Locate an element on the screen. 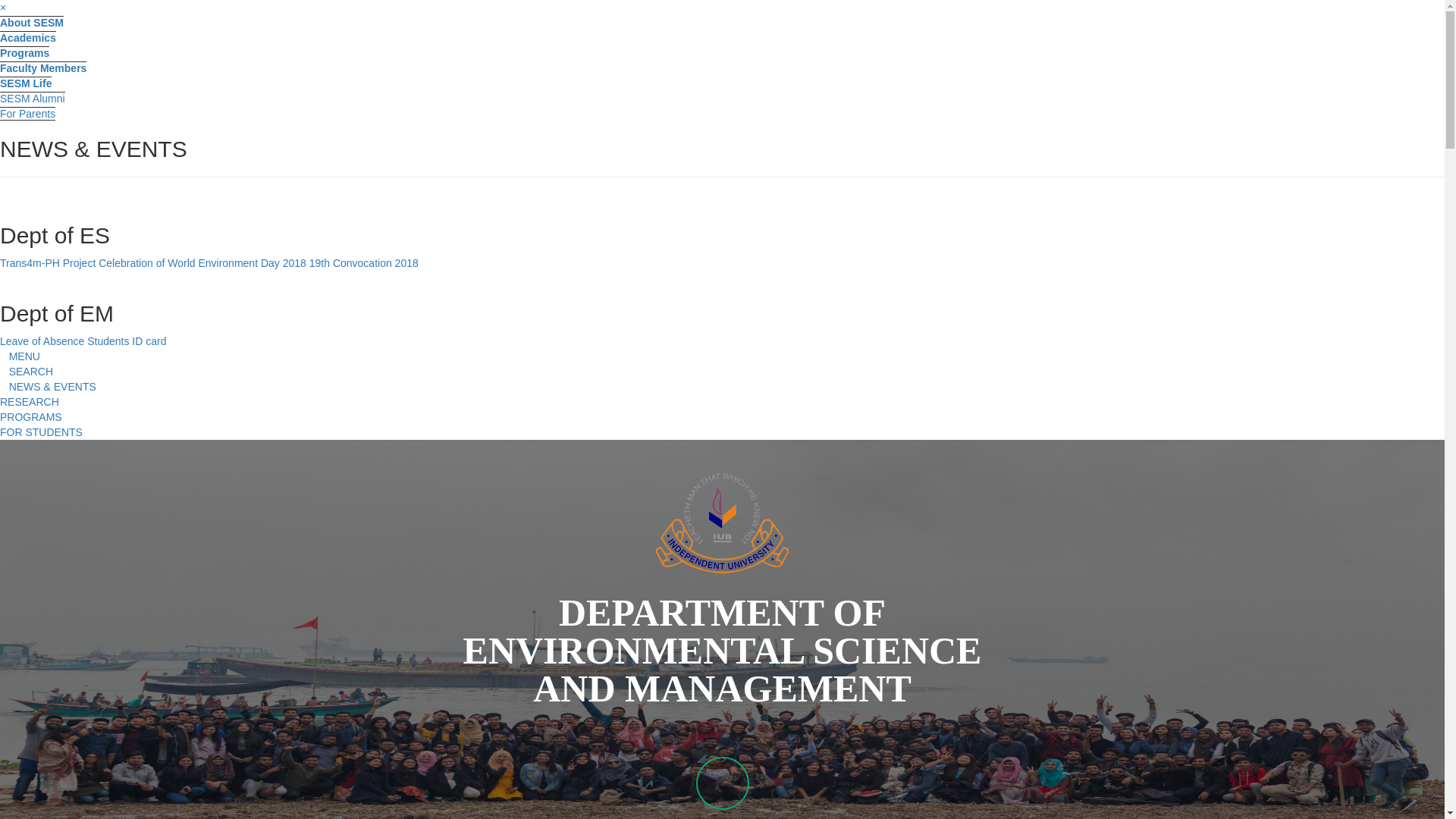 The height and width of the screenshot is (819, 1456). '   MENU' is located at coordinates (721, 356).